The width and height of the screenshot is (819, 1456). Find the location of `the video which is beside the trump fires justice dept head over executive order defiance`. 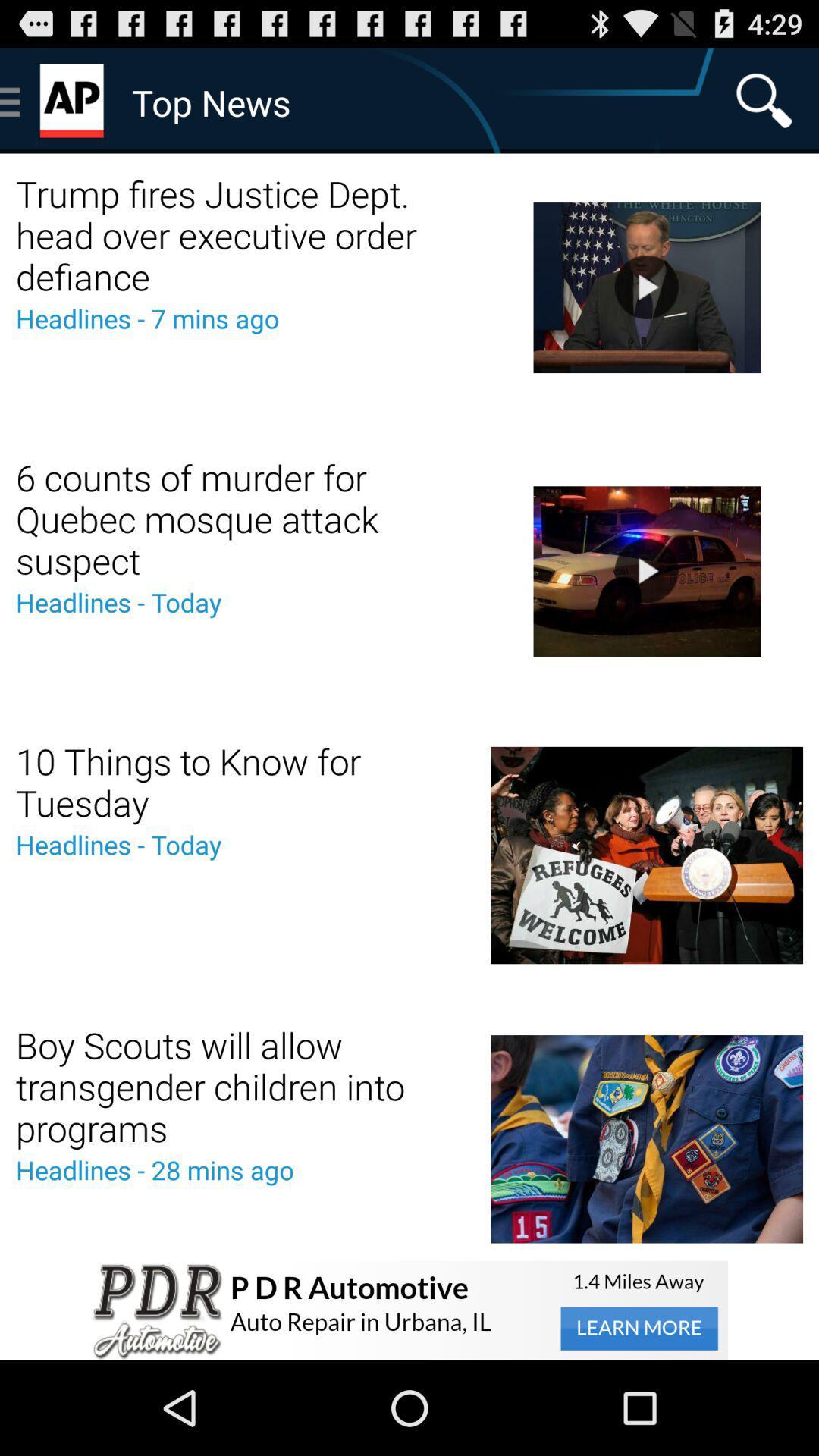

the video which is beside the trump fires justice dept head over executive order defiance is located at coordinates (646, 287).